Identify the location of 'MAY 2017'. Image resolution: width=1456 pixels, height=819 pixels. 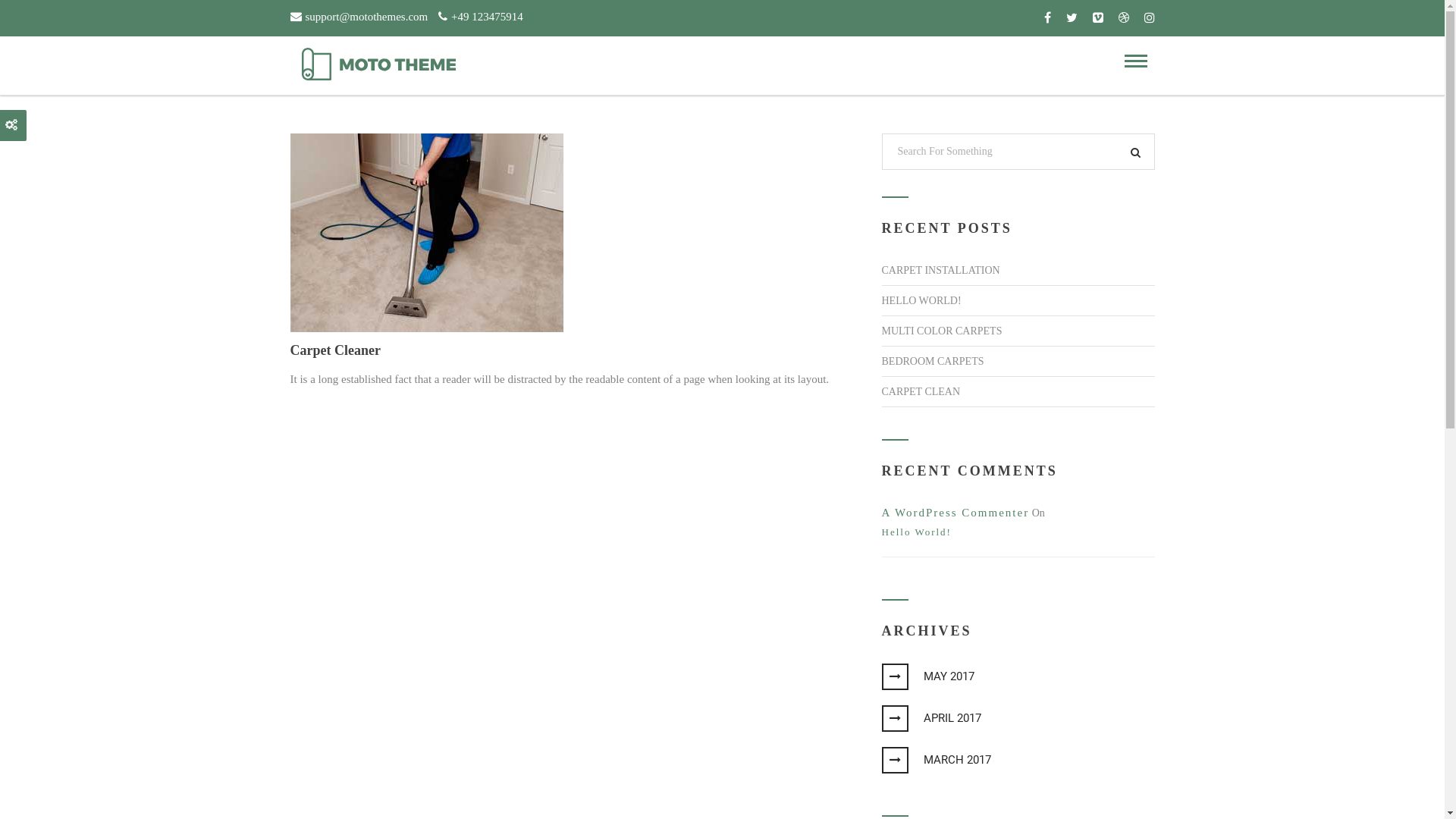
(934, 675).